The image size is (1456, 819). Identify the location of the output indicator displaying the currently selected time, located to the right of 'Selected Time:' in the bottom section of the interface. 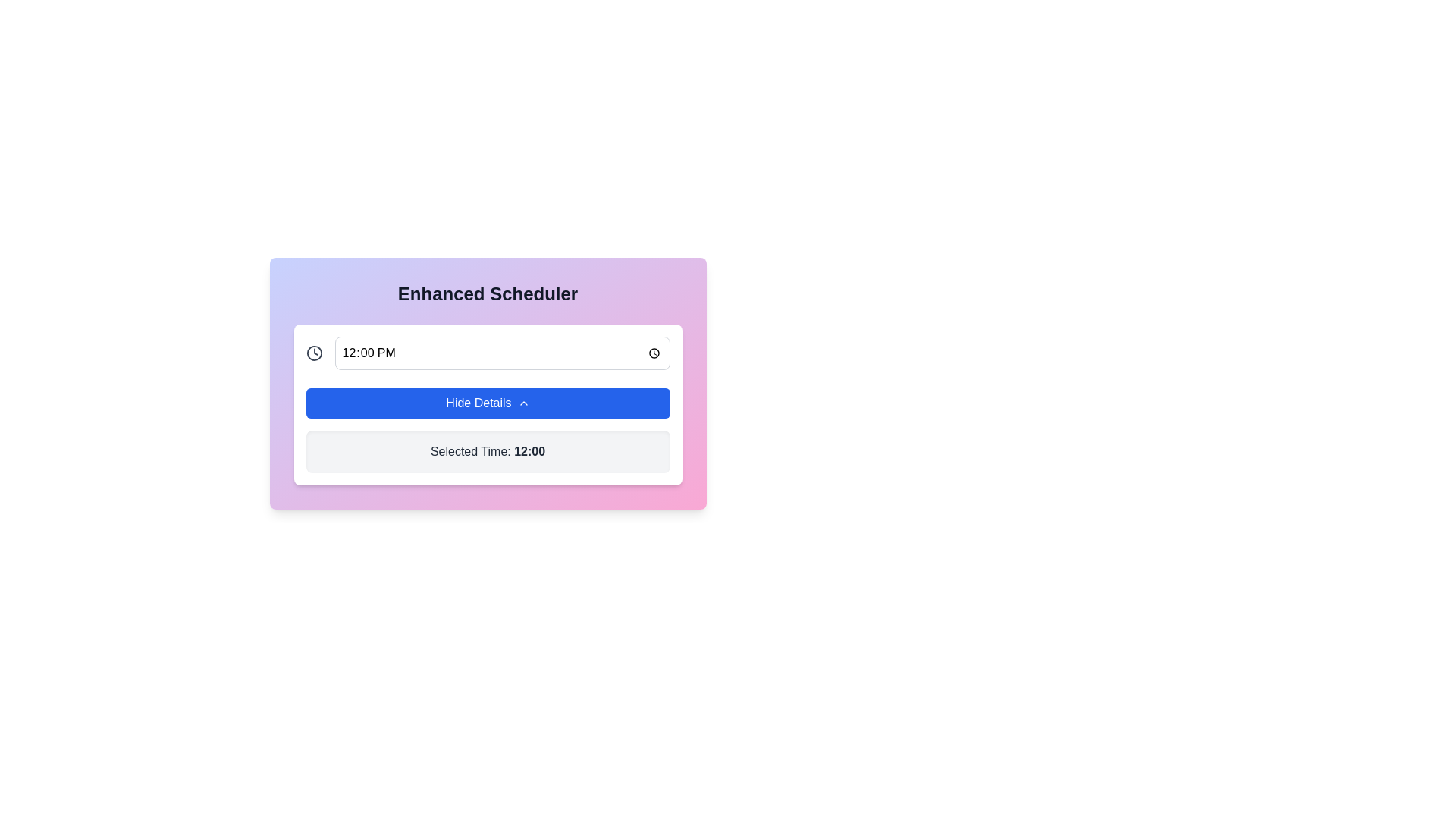
(529, 450).